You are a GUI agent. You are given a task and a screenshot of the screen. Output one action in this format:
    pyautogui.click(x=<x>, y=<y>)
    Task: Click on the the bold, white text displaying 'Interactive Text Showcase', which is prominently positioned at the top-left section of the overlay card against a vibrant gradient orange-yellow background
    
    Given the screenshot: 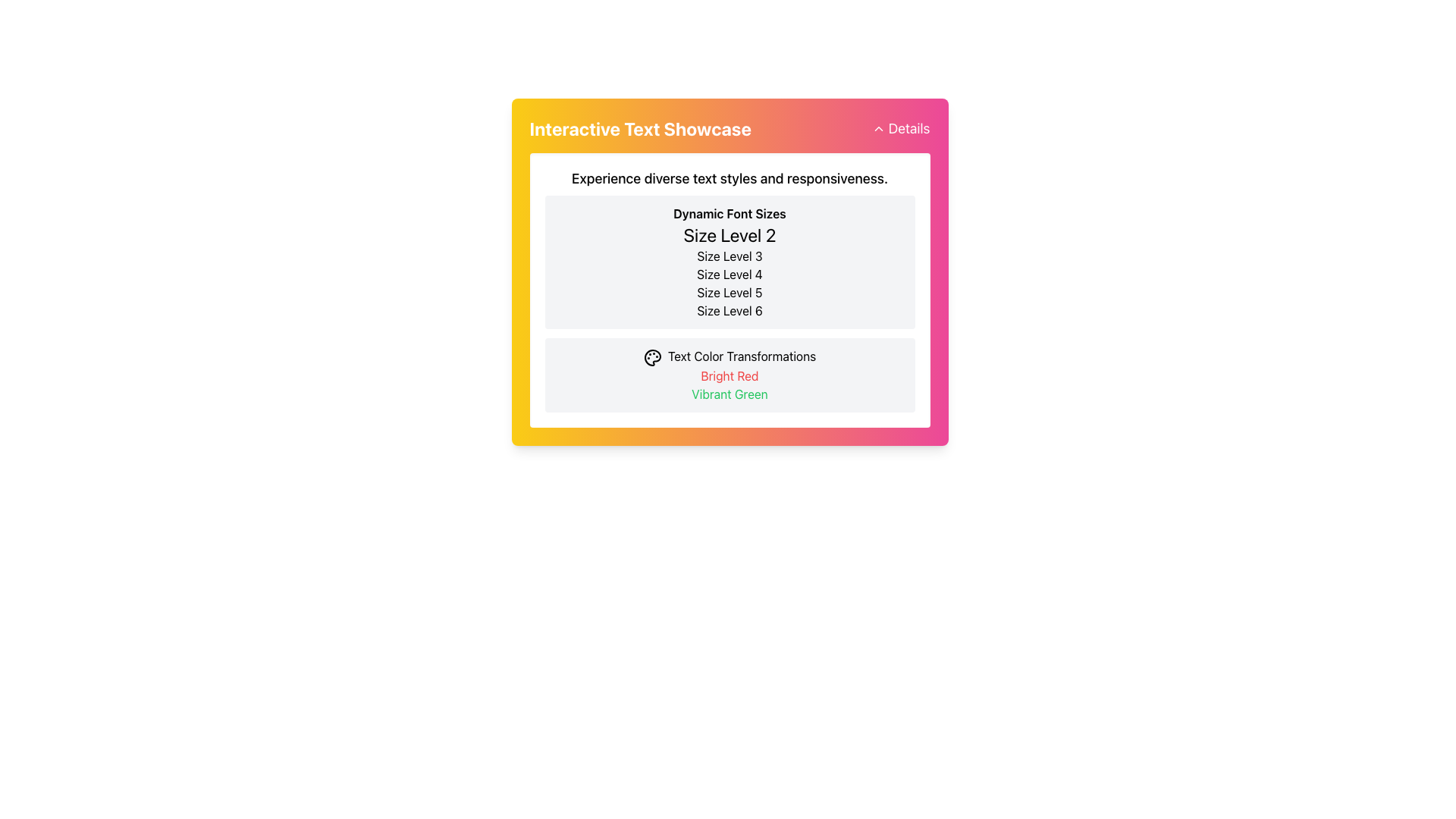 What is the action you would take?
    pyautogui.click(x=640, y=127)
    